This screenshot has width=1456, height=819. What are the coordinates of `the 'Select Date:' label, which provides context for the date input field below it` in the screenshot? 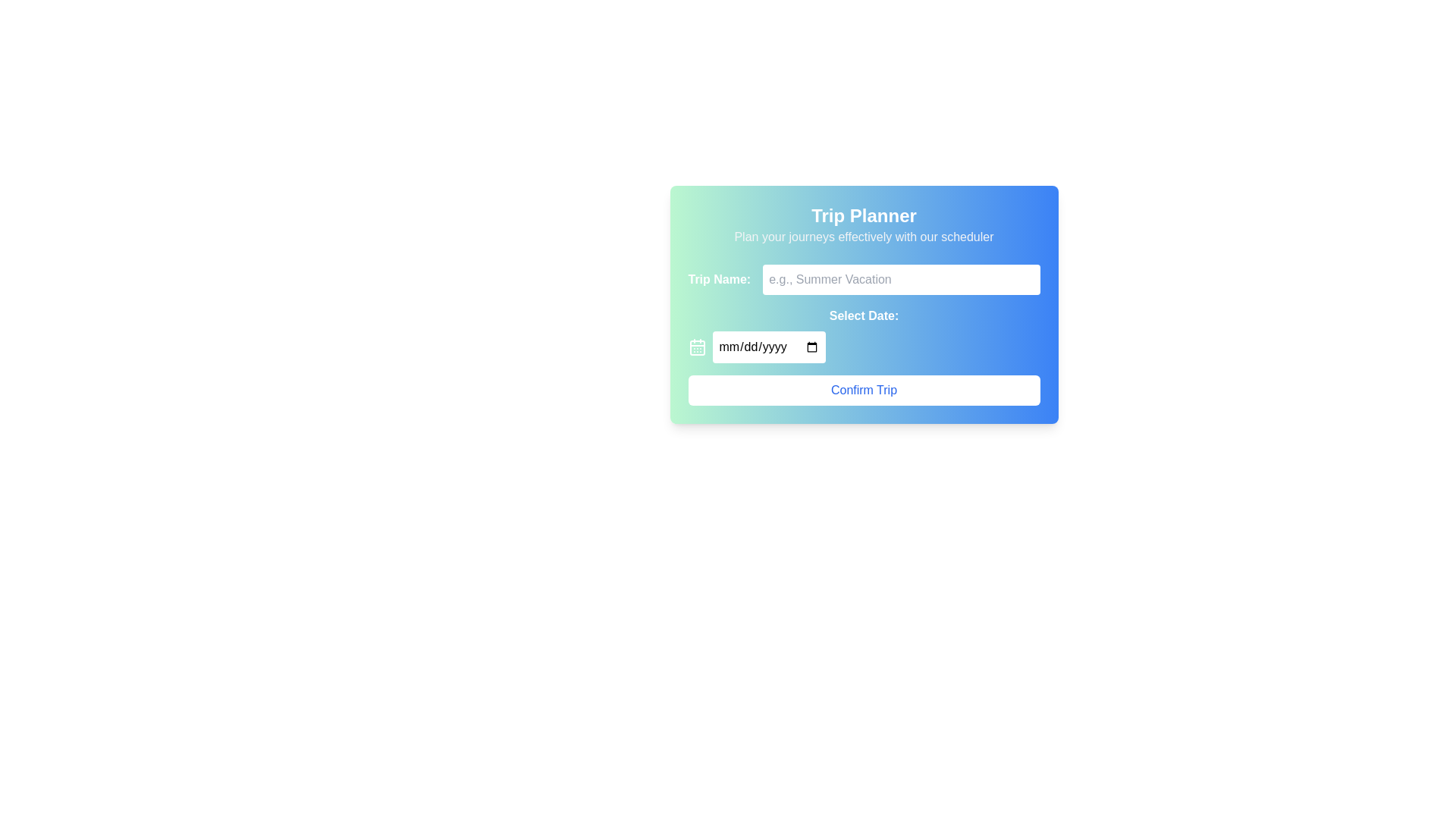 It's located at (864, 315).